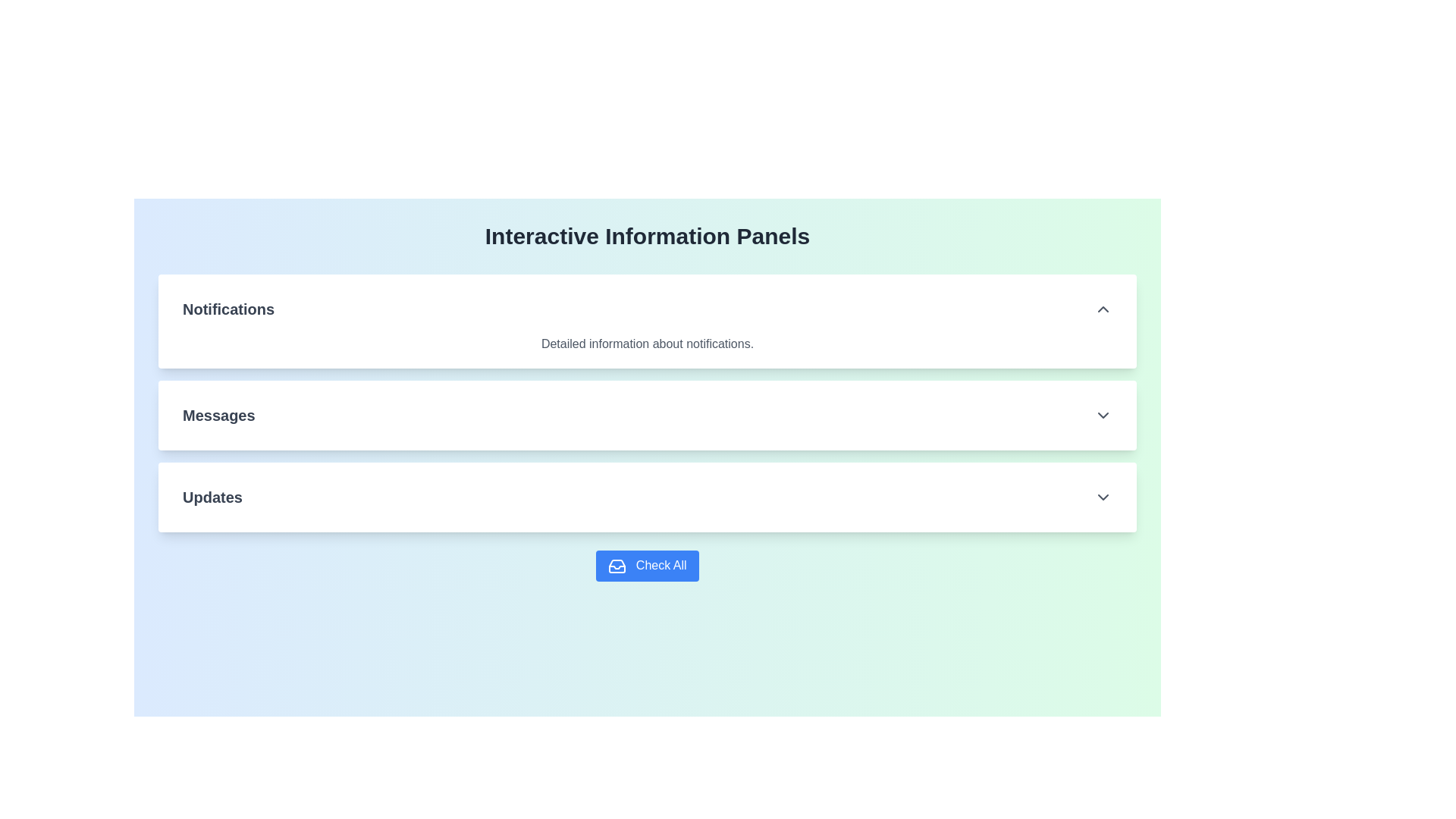  What do you see at coordinates (218, 415) in the screenshot?
I see `text of the 'Messages' label, which is a bold, dark gray heading positioned in the second panel of a stack, below 'Notifications' and above 'Updates'` at bounding box center [218, 415].